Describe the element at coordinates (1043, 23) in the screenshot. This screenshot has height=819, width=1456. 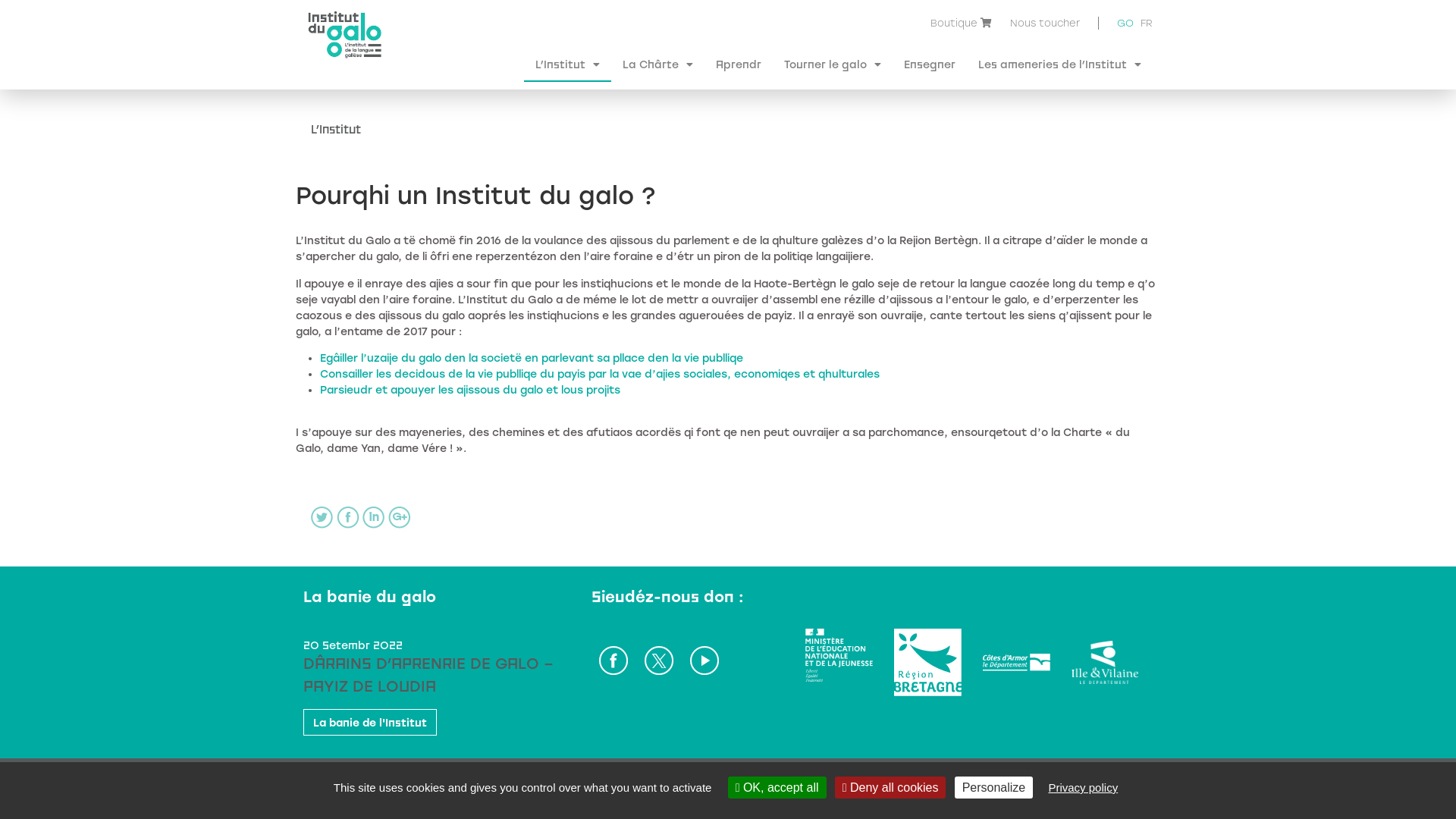
I see `'Nous toucher'` at that location.